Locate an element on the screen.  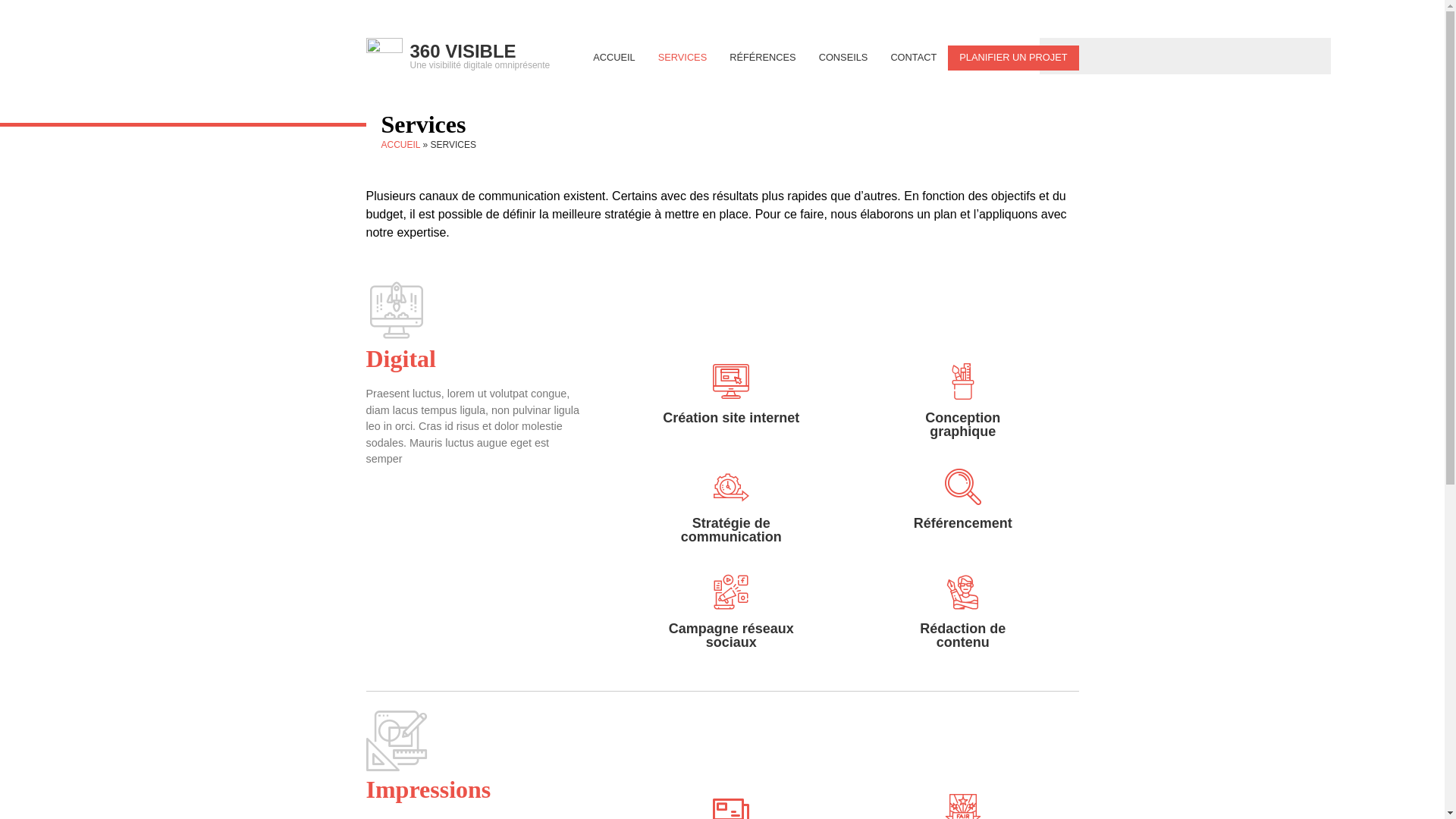
'360 VISIBLE' is located at coordinates (461, 50).